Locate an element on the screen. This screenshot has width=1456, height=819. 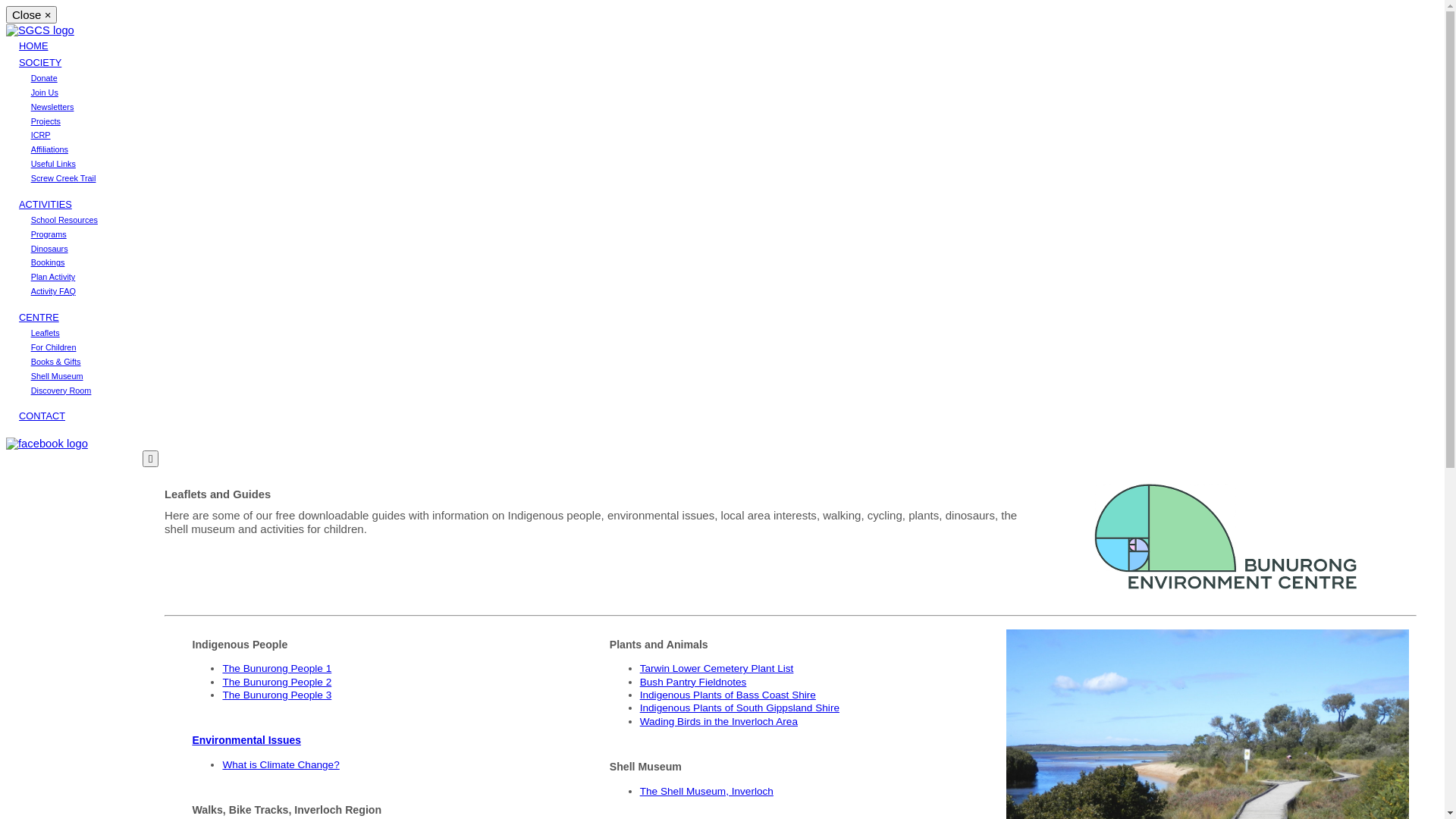
'ICRP' is located at coordinates (40, 133).